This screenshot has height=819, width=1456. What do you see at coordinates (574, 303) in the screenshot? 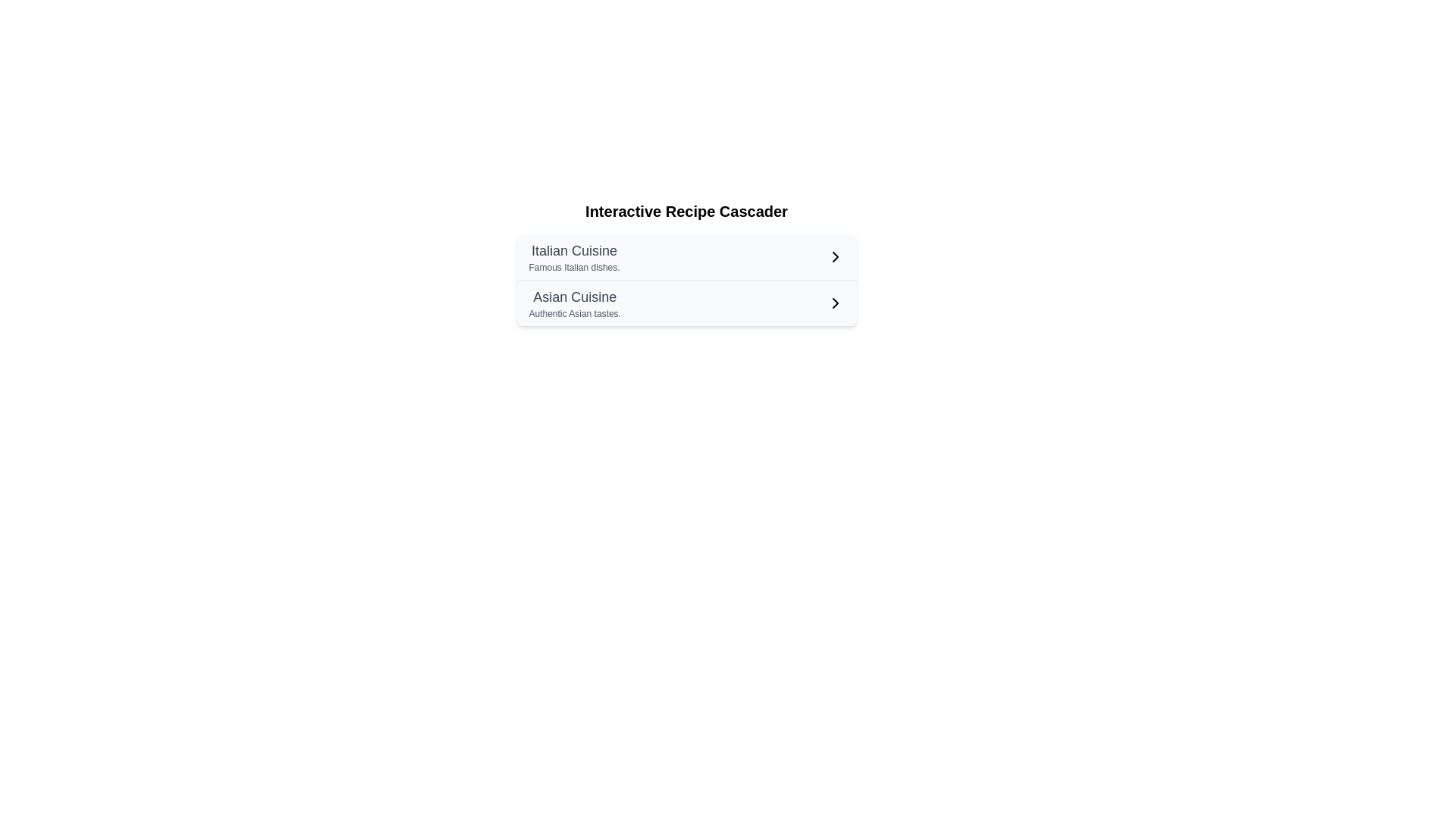
I see `the button in the second row of the menu that represents 'Asian Cuisine'` at bounding box center [574, 303].